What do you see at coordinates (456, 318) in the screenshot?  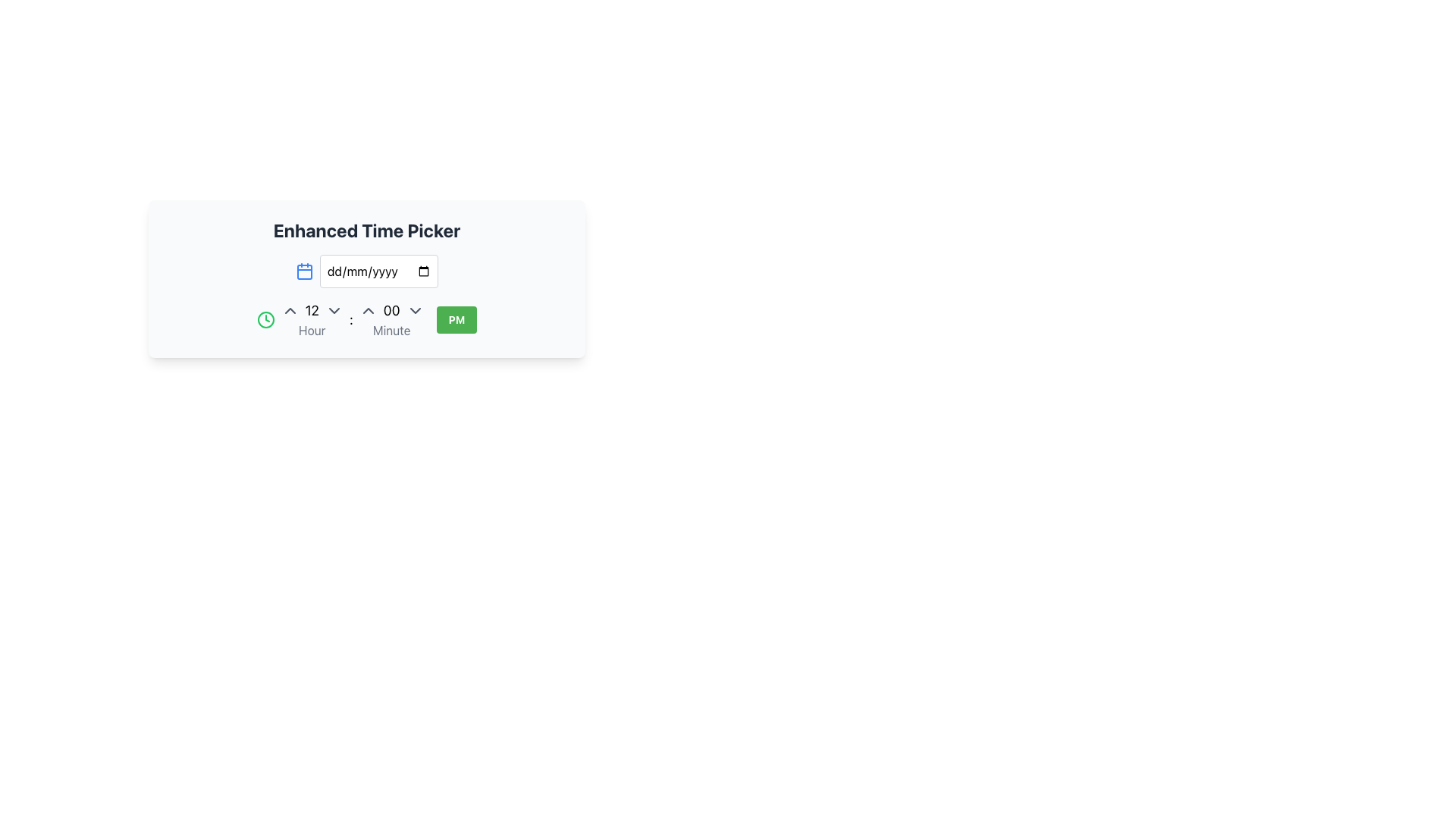 I see `the 'PM' button` at bounding box center [456, 318].